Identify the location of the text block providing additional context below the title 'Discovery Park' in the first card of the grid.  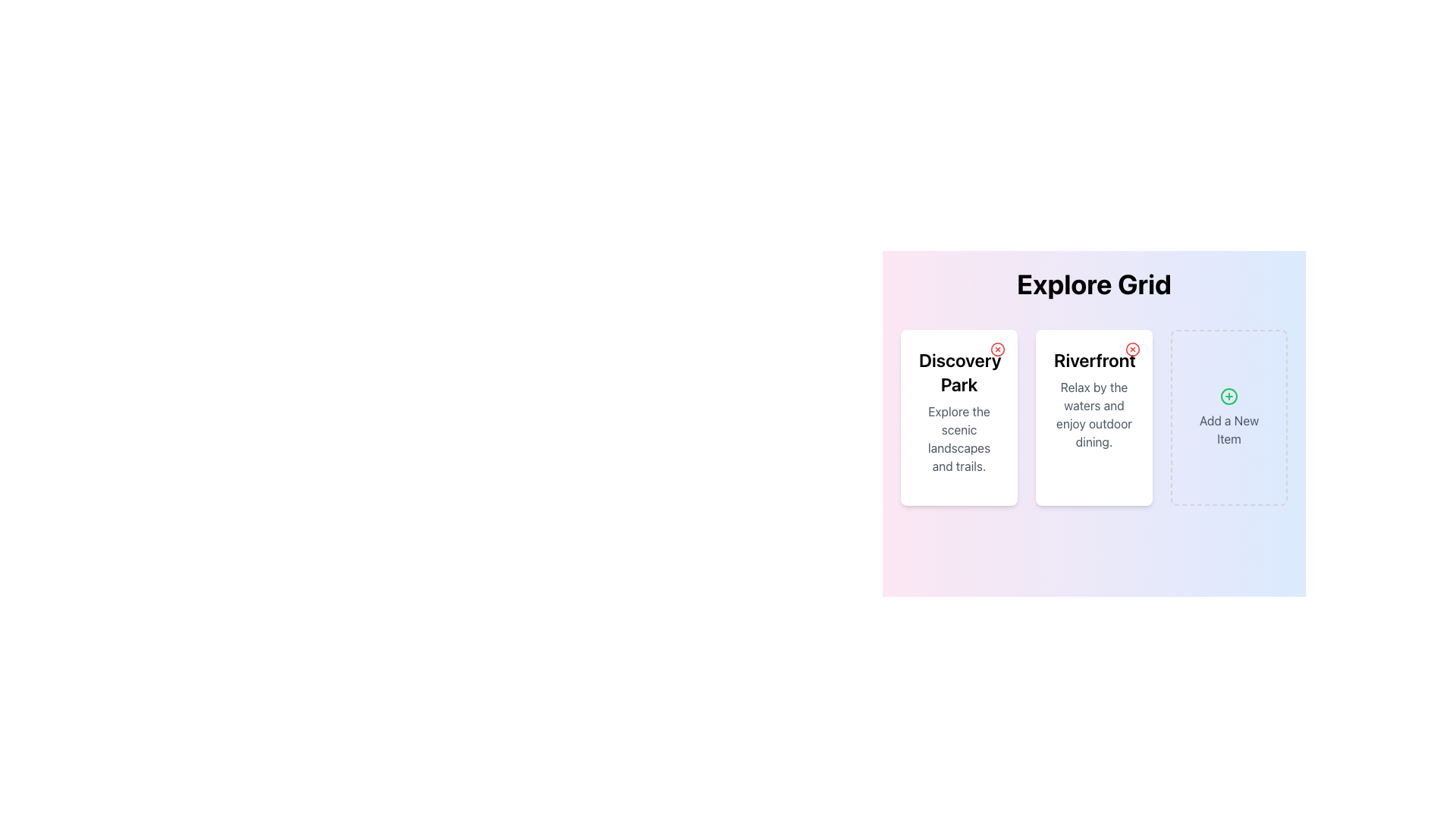
(959, 438).